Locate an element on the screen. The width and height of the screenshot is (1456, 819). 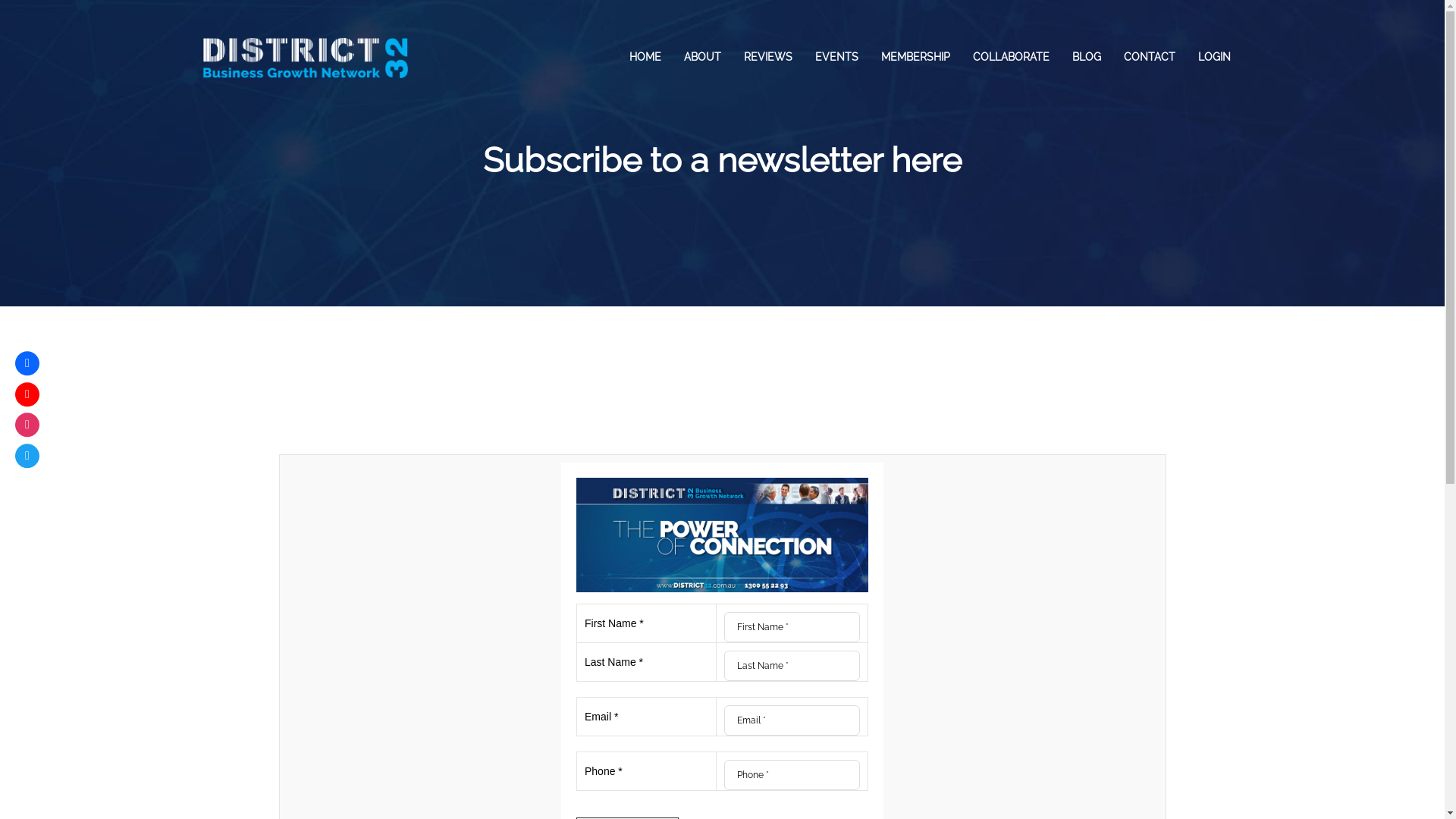
'REVIEWS' is located at coordinates (767, 55).